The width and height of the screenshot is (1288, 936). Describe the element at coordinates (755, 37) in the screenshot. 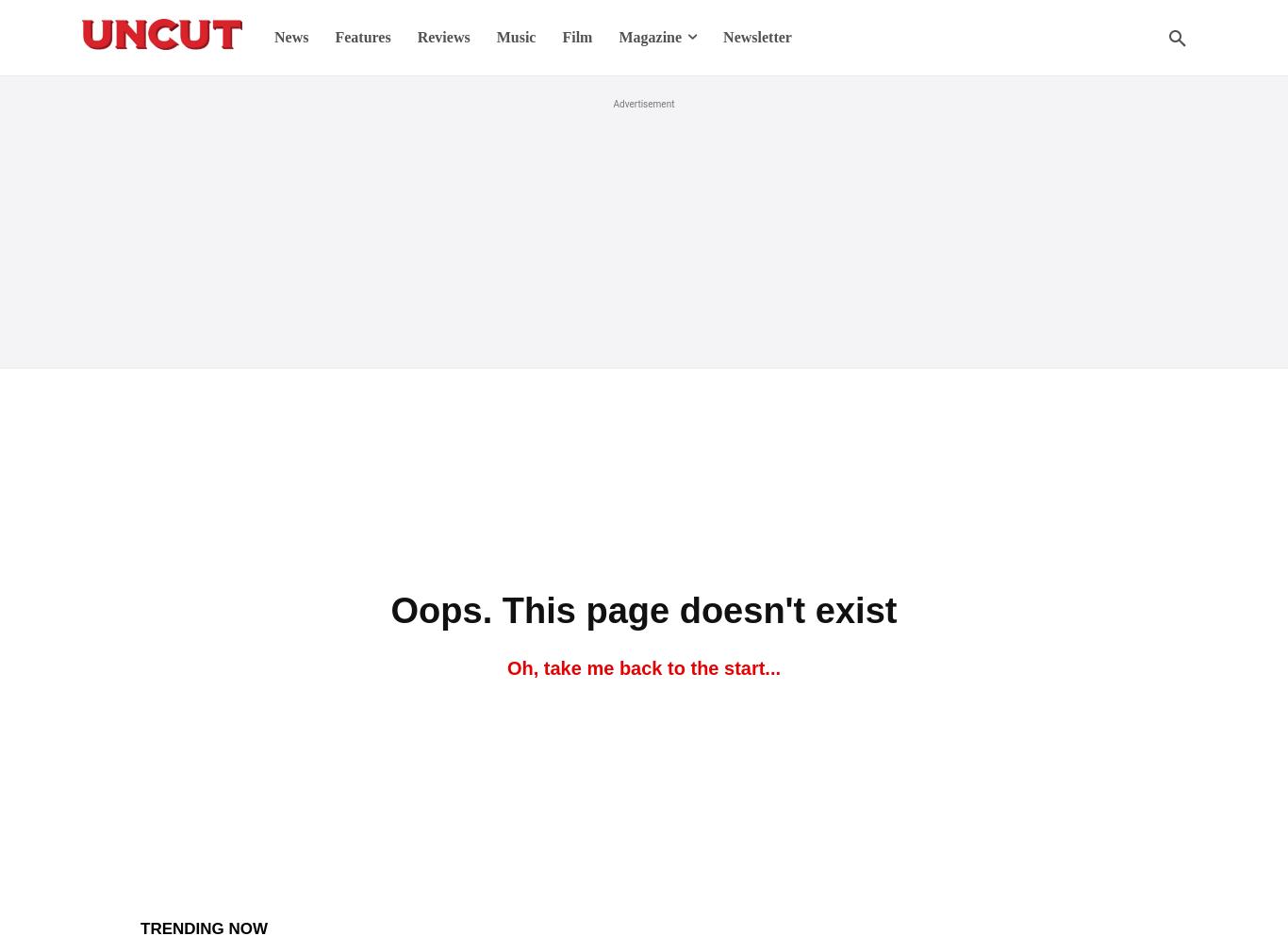

I see `'Newsletter'` at that location.